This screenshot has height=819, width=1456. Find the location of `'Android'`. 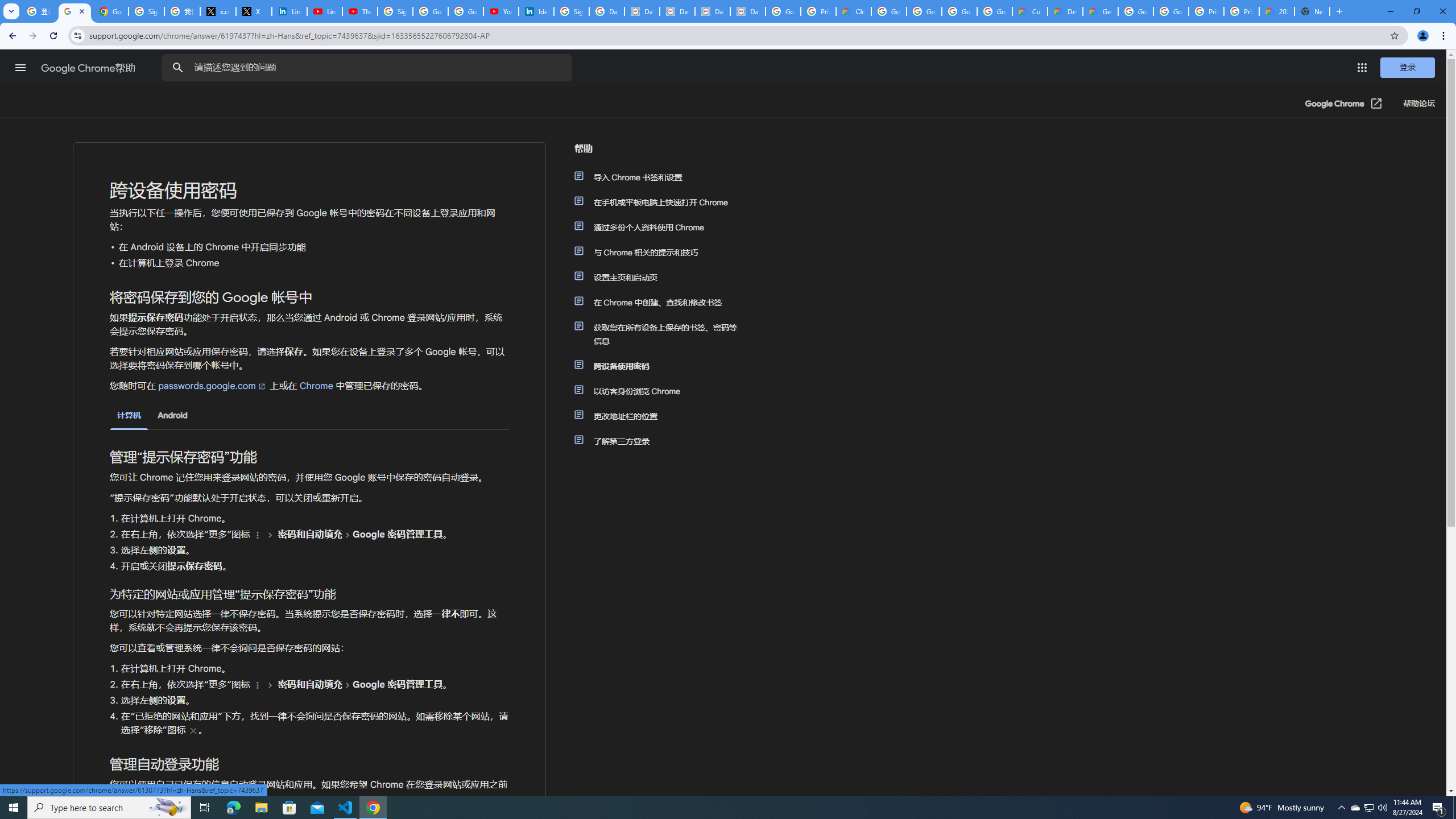

'Android' is located at coordinates (172, 415).